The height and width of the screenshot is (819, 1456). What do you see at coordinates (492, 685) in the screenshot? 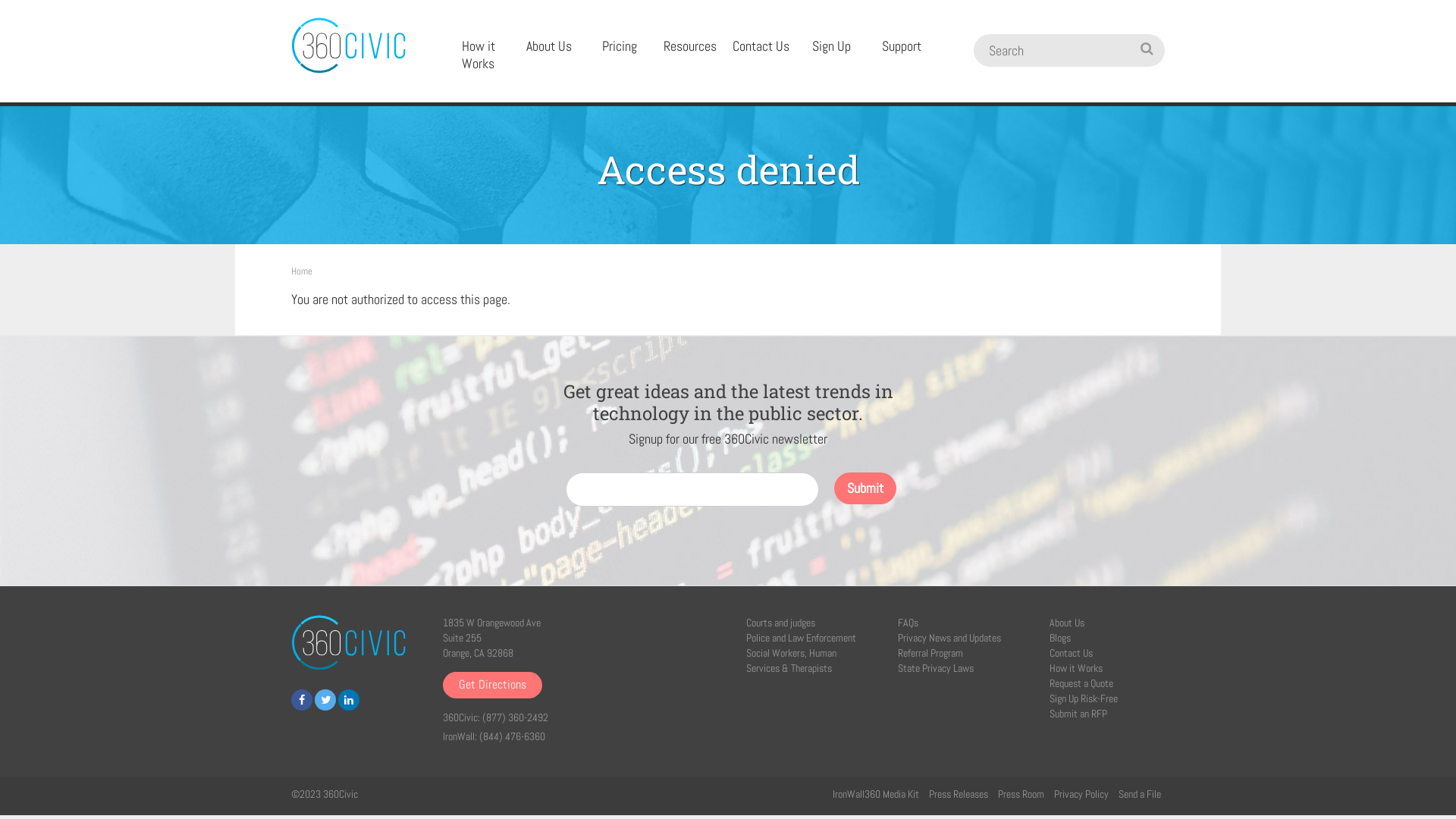
I see `'Get Directions'` at bounding box center [492, 685].